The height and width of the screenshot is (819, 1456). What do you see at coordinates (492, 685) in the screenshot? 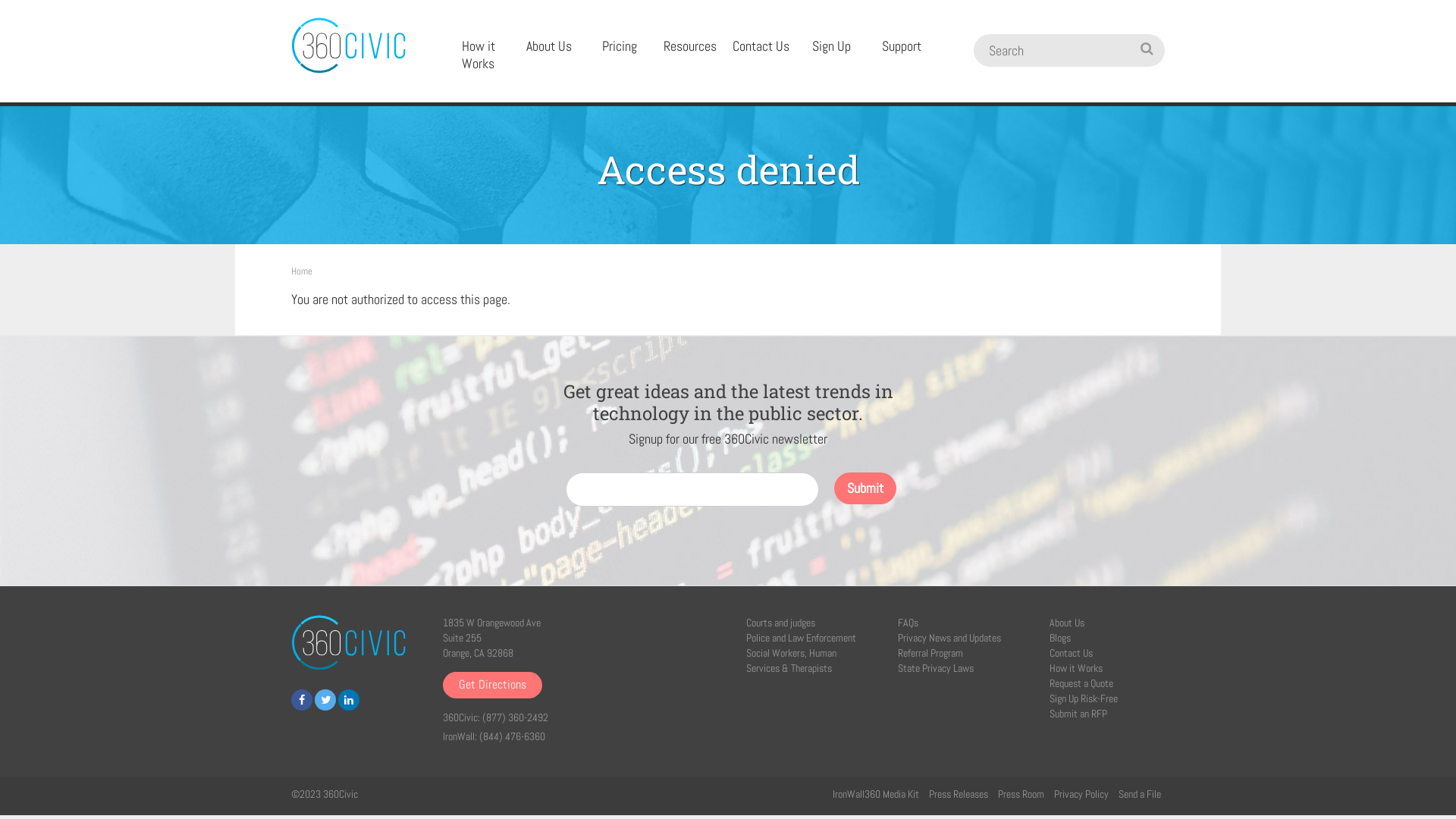
I see `'Get Directions'` at bounding box center [492, 685].